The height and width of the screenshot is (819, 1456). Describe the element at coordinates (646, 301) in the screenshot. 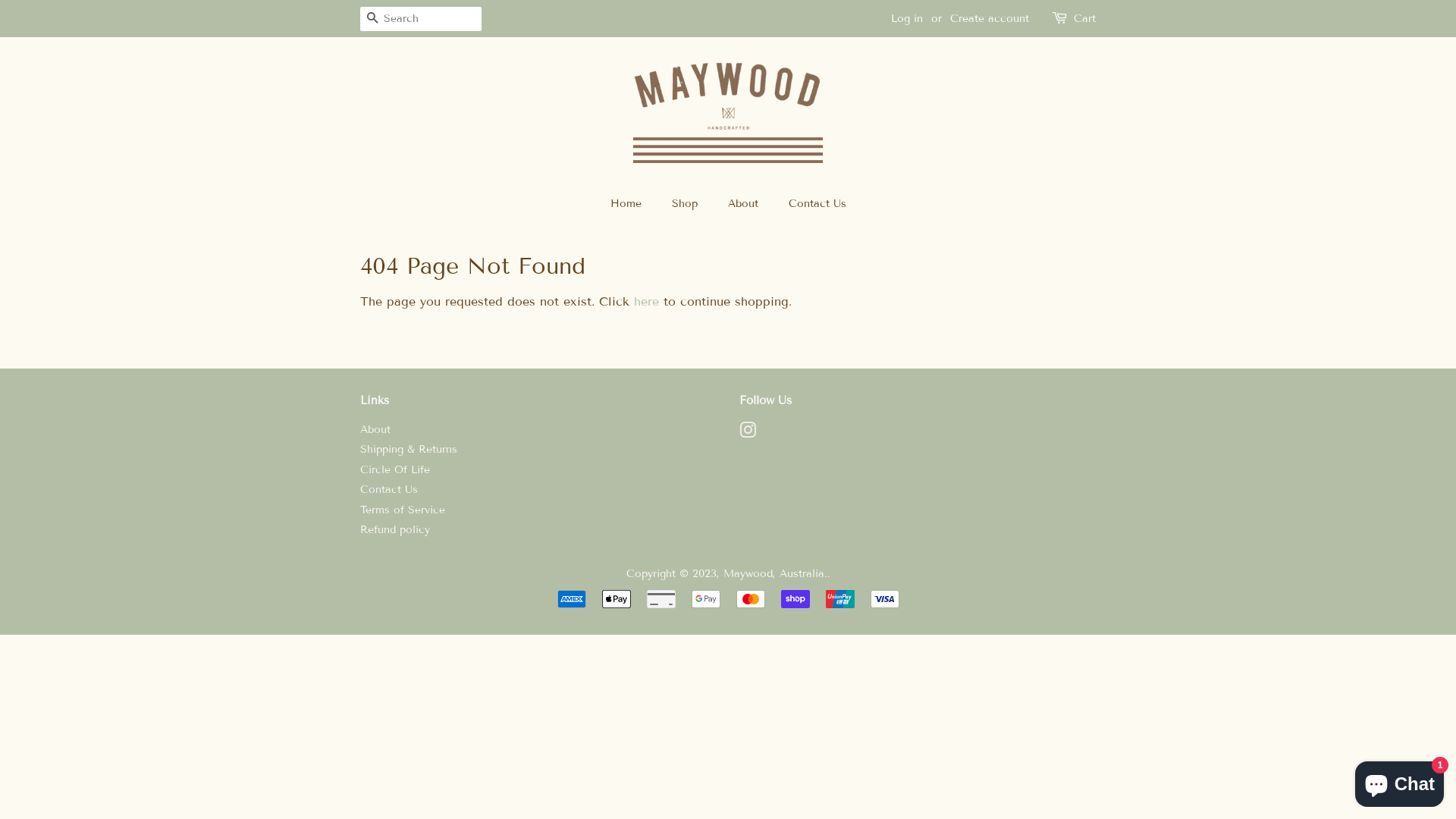

I see `'here'` at that location.